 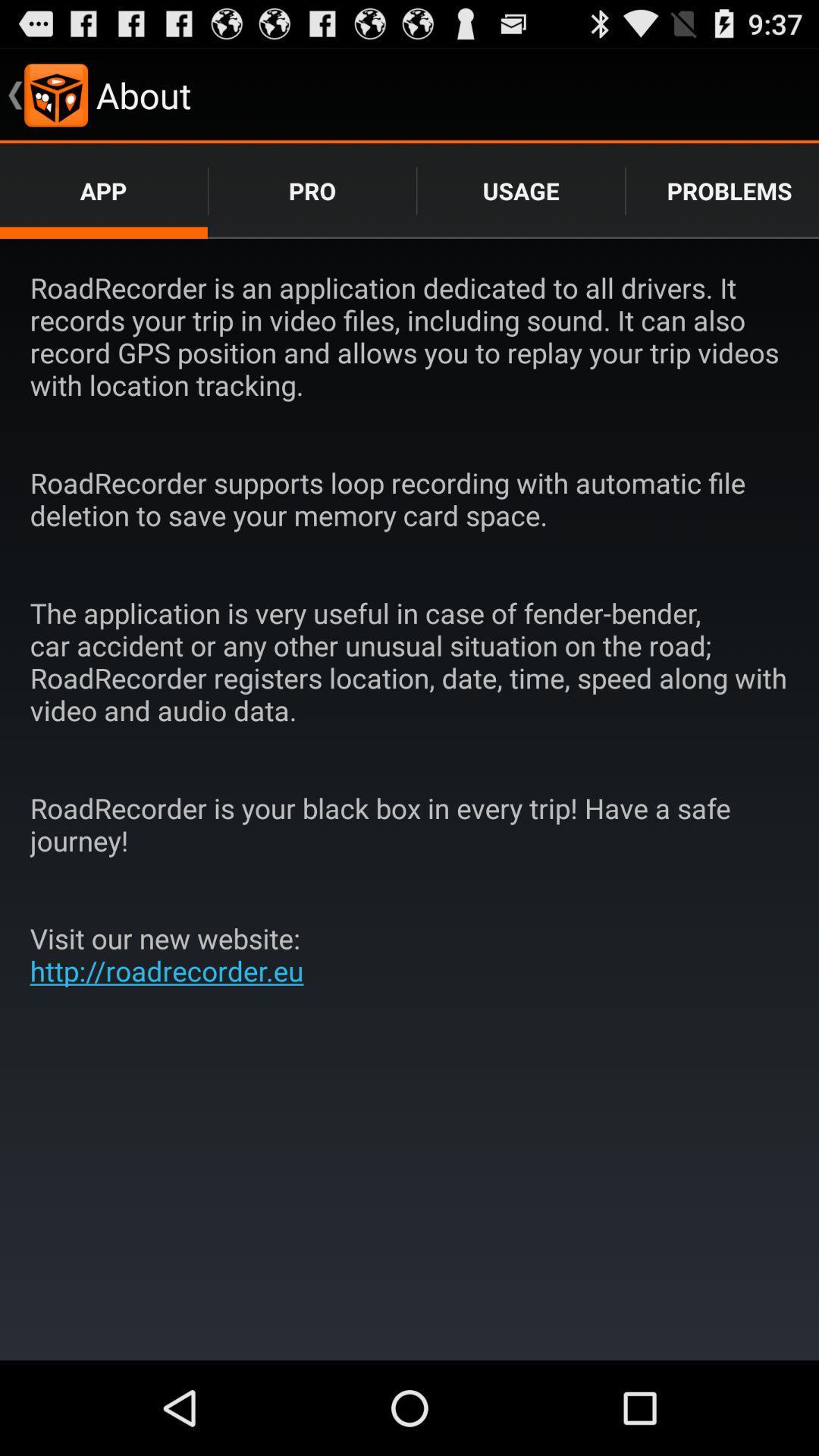 What do you see at coordinates (171, 953) in the screenshot?
I see `the item below the roadrecorder is your item` at bounding box center [171, 953].